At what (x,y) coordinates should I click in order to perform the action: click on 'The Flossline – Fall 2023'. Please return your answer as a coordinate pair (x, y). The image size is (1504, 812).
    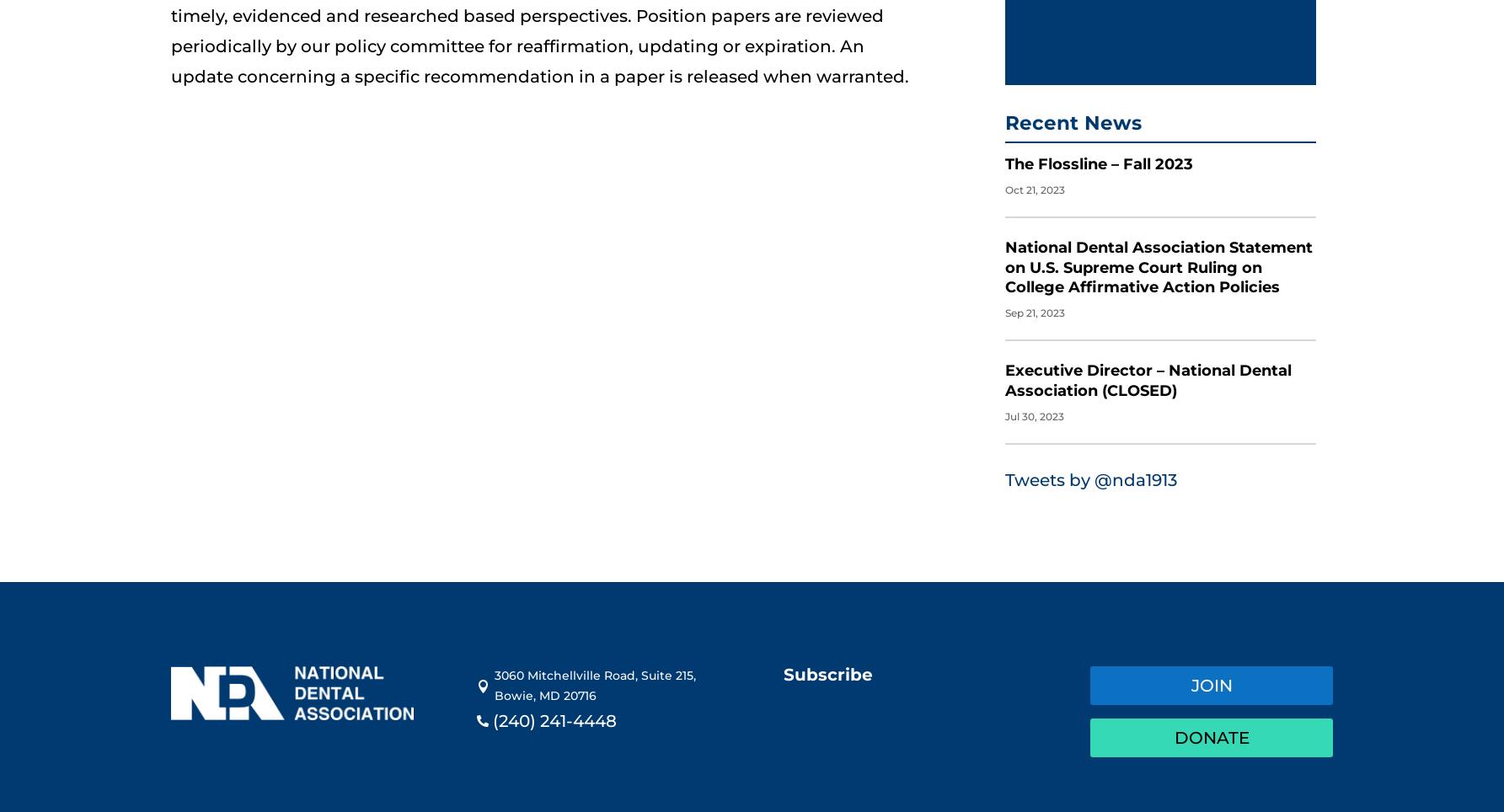
    Looking at the image, I should click on (1099, 146).